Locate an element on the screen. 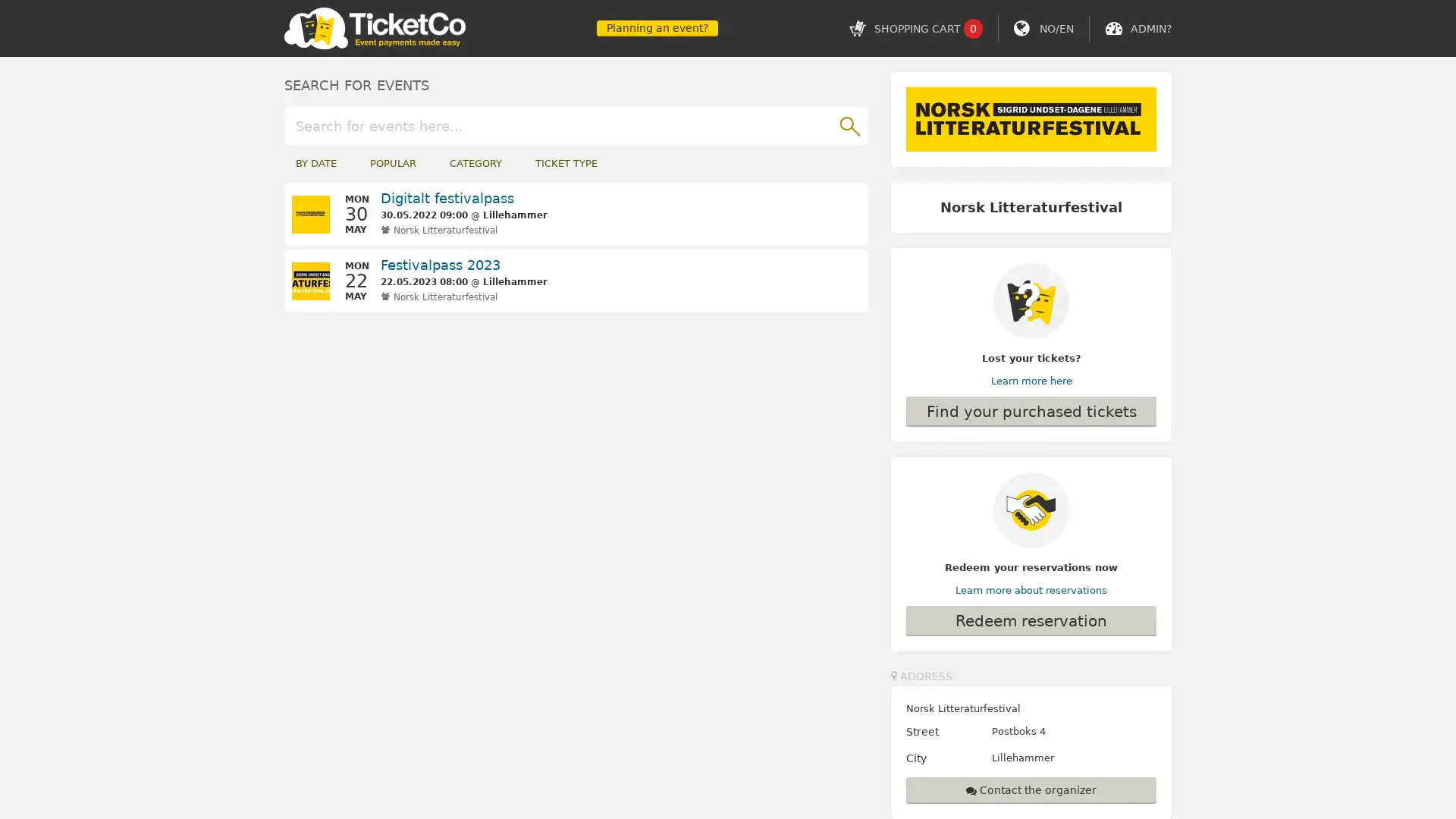  Redeem reservation is located at coordinates (1031, 620).